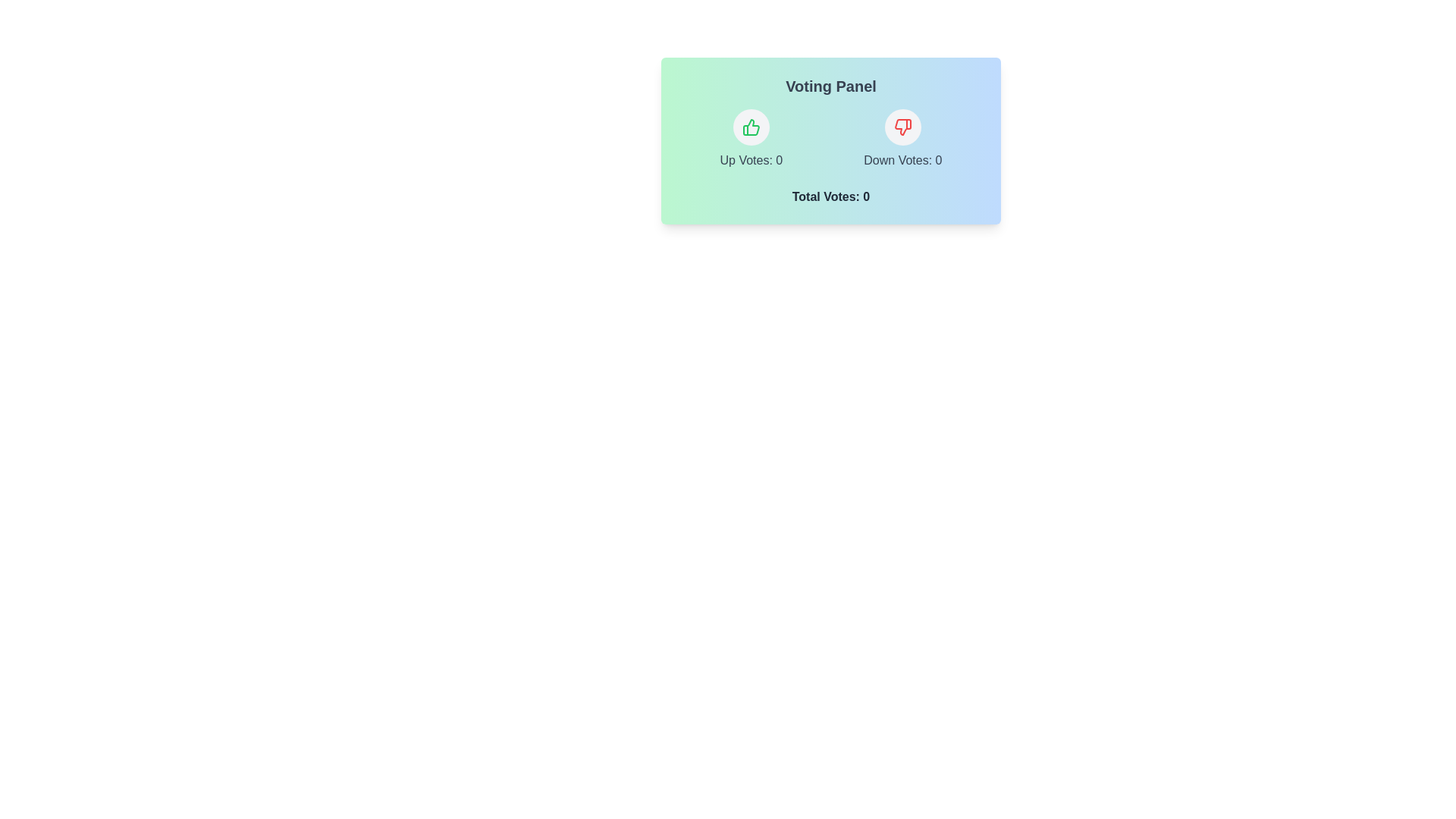 The width and height of the screenshot is (1456, 819). What do you see at coordinates (751, 127) in the screenshot?
I see `the circular button with a light gray background that turns green on hover, featuring a green thumbs-up icon, located above the 'Up Votes: 0' label in the Voting Panel` at bounding box center [751, 127].